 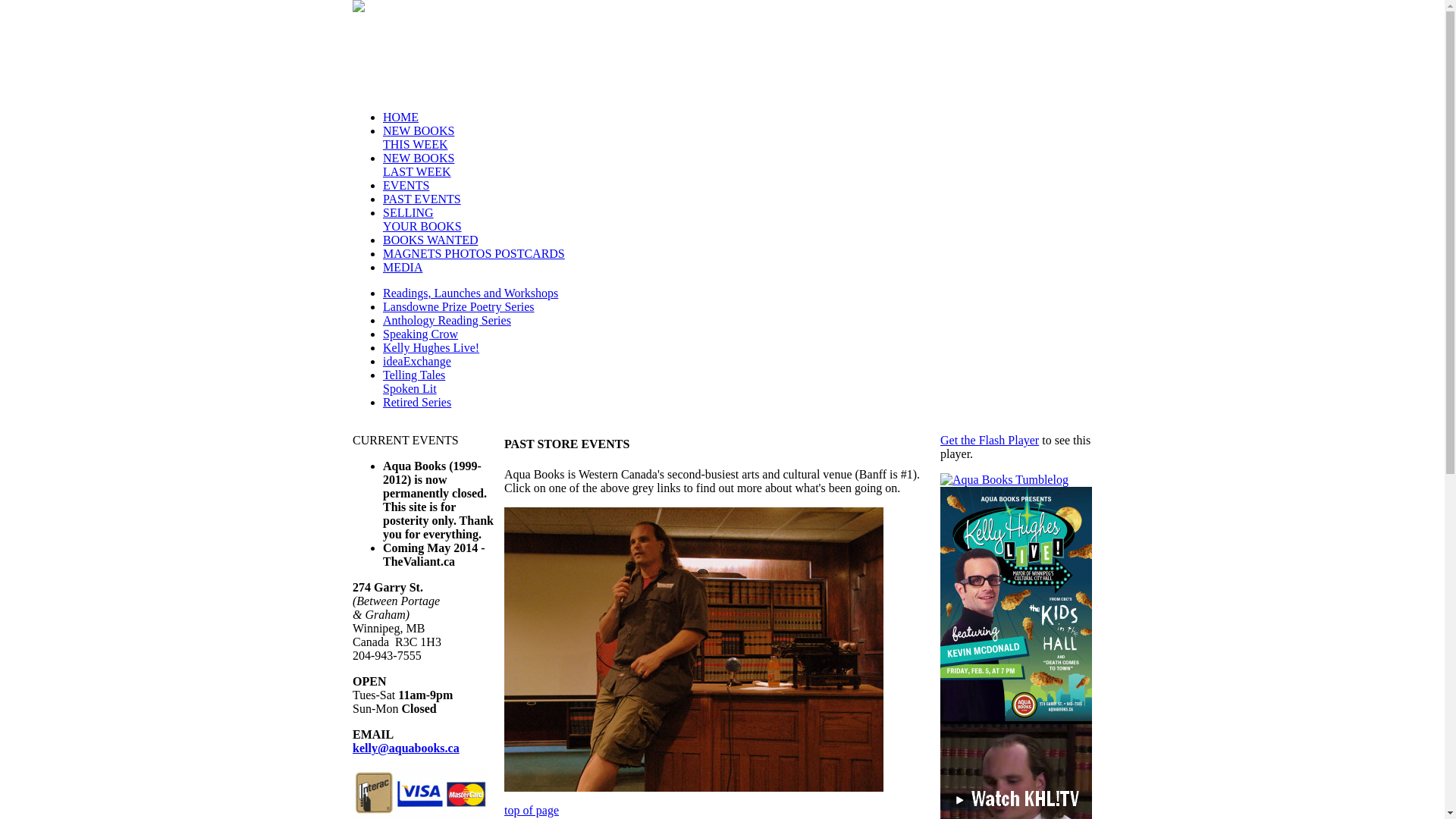 I want to click on 'EVENTS', so click(x=406, y=184).